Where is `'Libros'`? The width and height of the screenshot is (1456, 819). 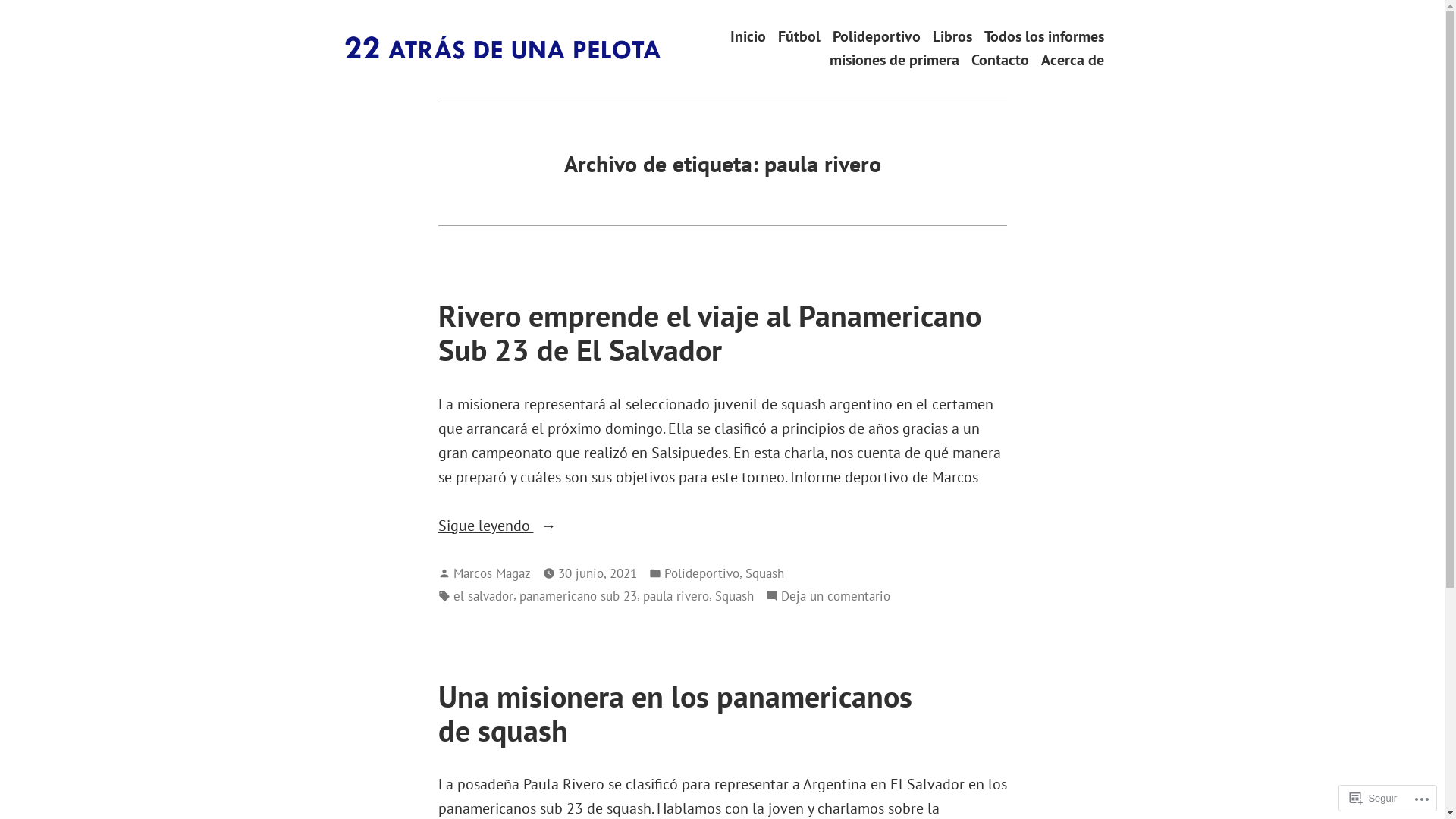 'Libros' is located at coordinates (931, 35).